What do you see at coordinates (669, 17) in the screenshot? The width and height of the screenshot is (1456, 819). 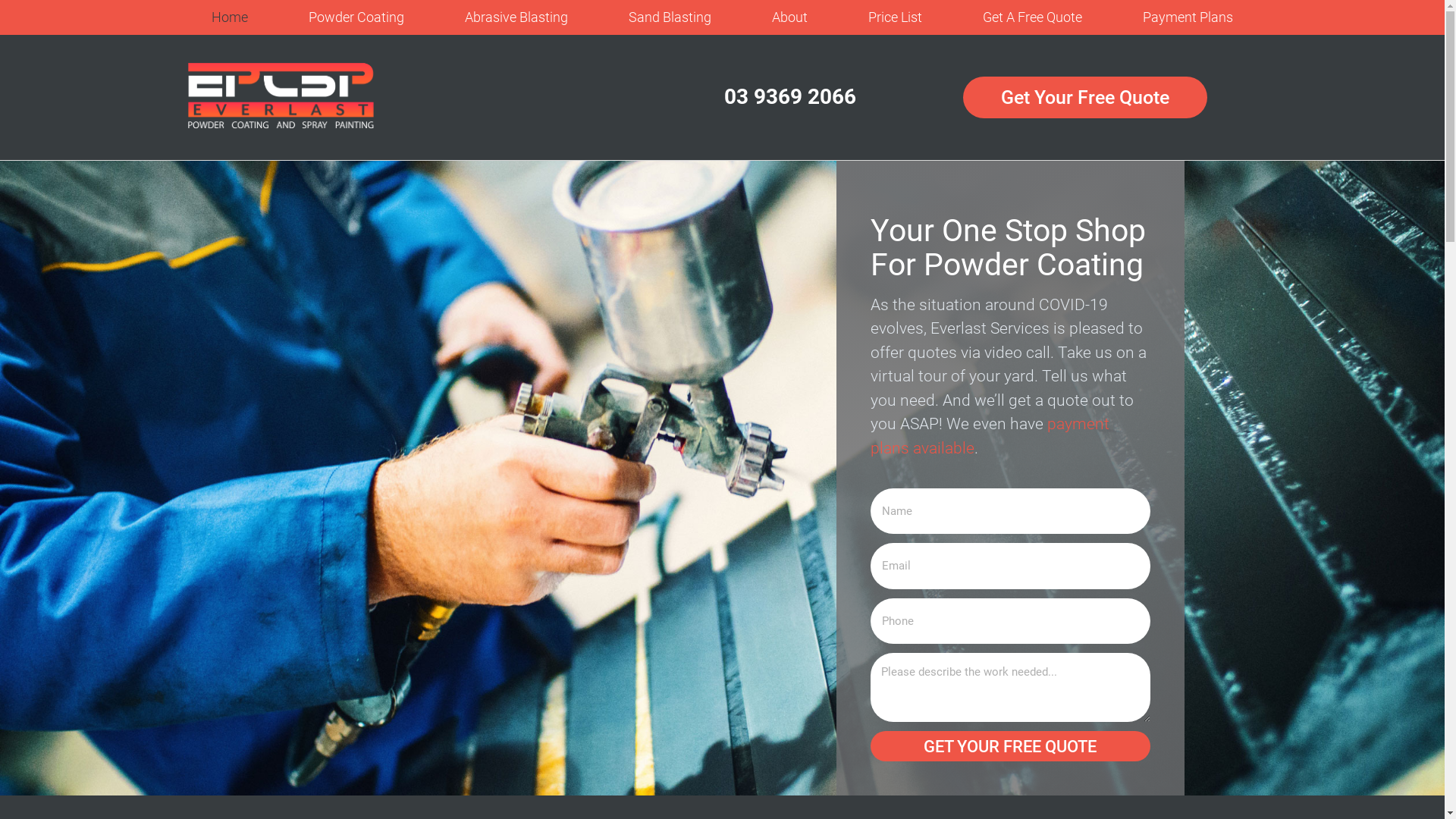 I see `'Sand Blasting'` at bounding box center [669, 17].